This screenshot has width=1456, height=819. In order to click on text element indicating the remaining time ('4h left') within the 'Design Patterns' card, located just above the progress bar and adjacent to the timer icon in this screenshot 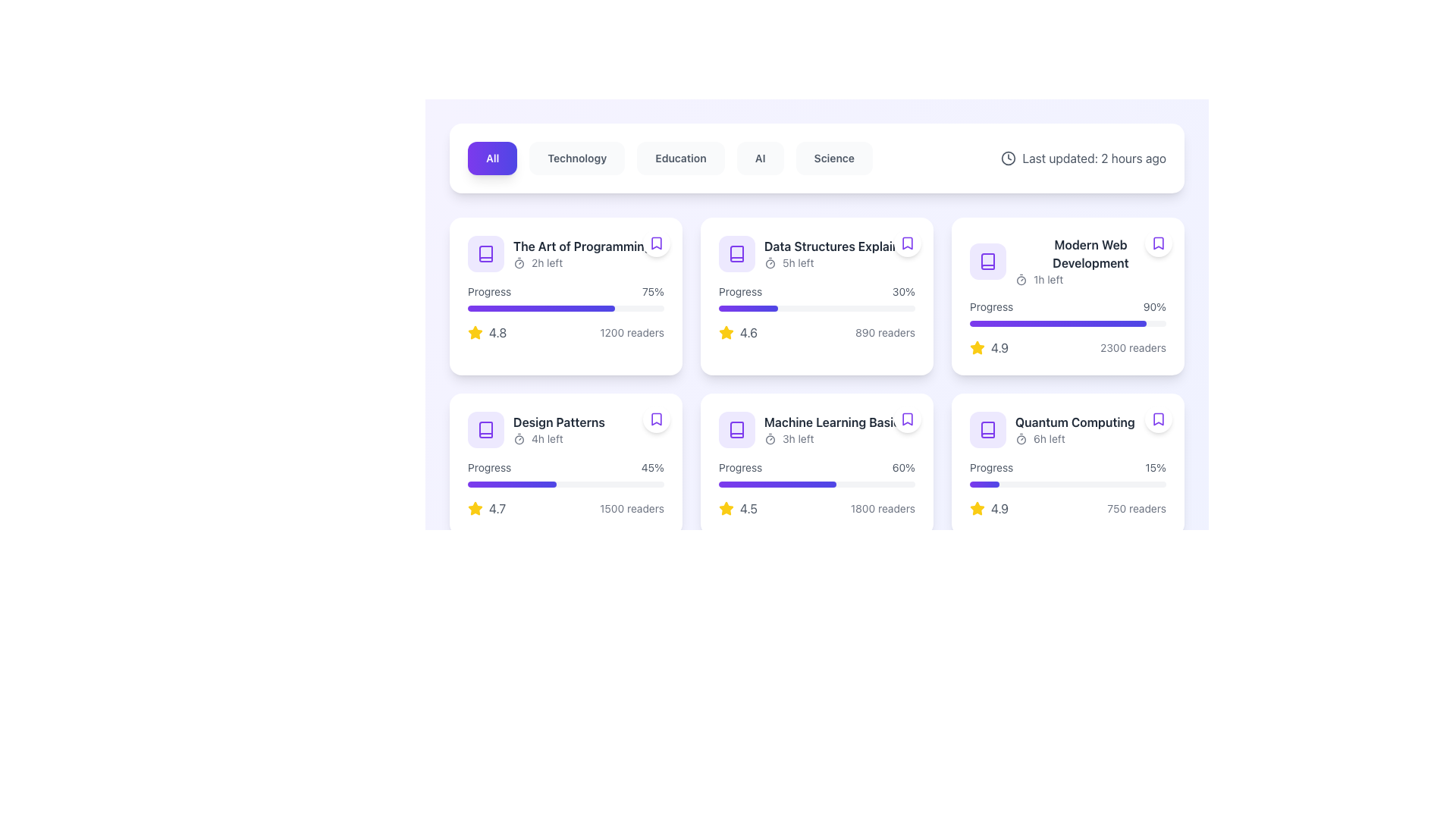, I will do `click(558, 438)`.